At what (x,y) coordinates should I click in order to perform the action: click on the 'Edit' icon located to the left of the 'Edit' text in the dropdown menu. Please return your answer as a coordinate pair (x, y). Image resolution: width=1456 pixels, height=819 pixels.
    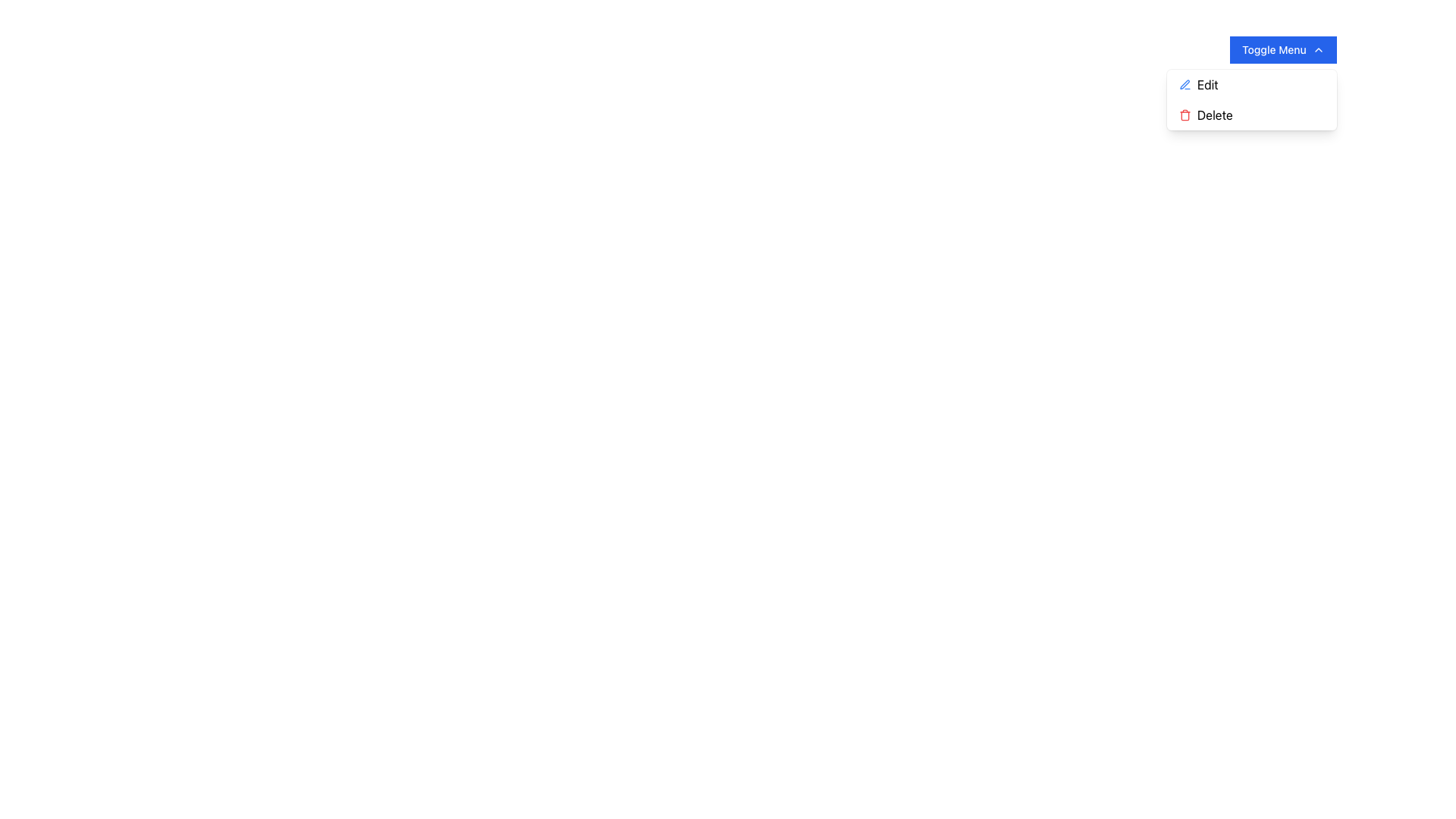
    Looking at the image, I should click on (1184, 84).